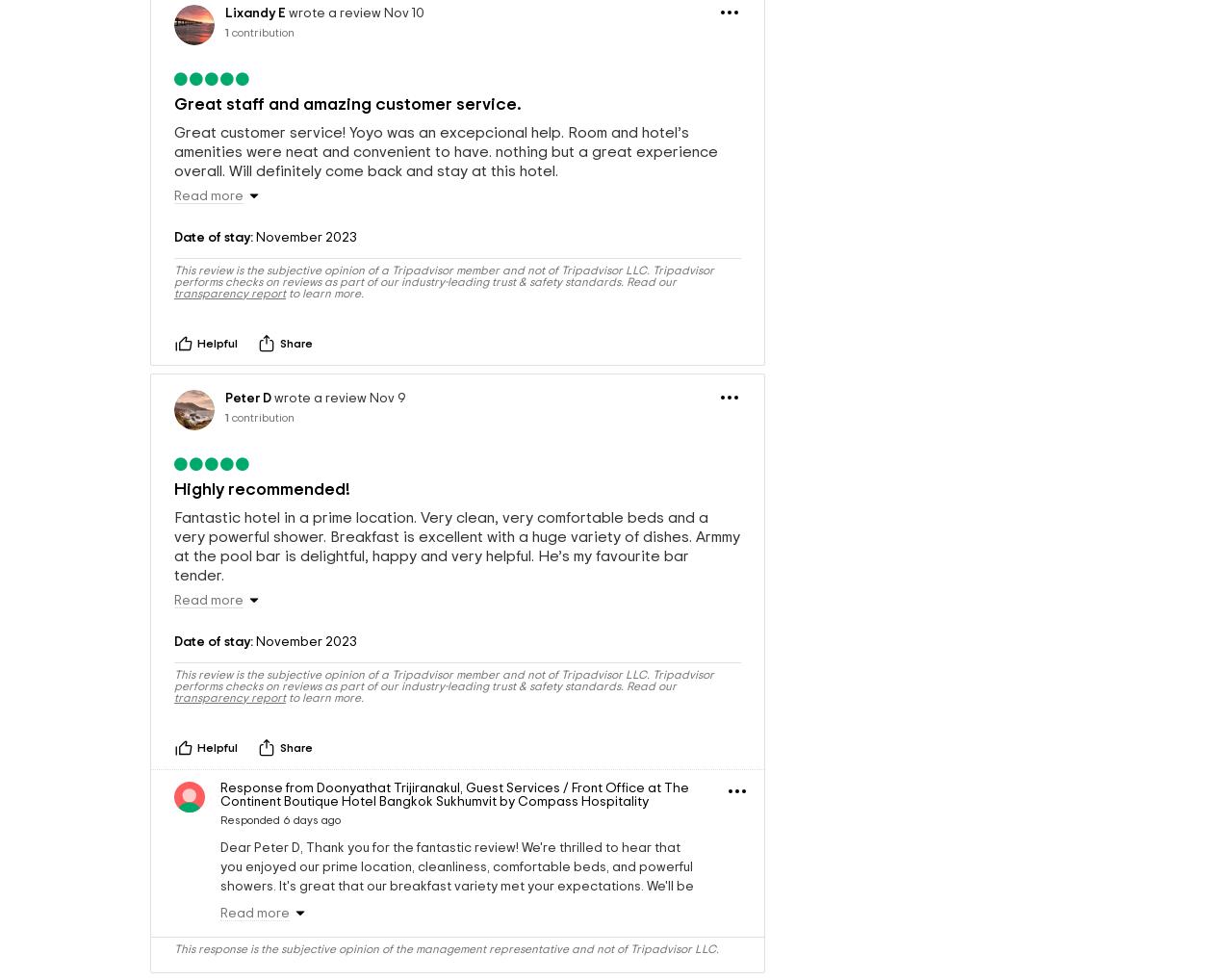 The height and width of the screenshot is (980, 1232). I want to click on 'Lixandy E', so click(254, 65).